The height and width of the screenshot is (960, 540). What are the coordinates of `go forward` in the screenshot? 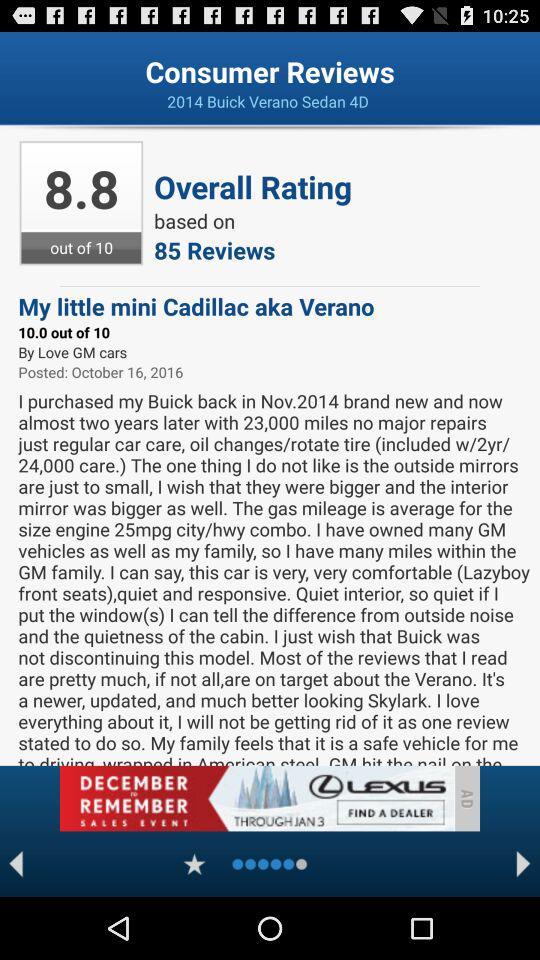 It's located at (523, 863).